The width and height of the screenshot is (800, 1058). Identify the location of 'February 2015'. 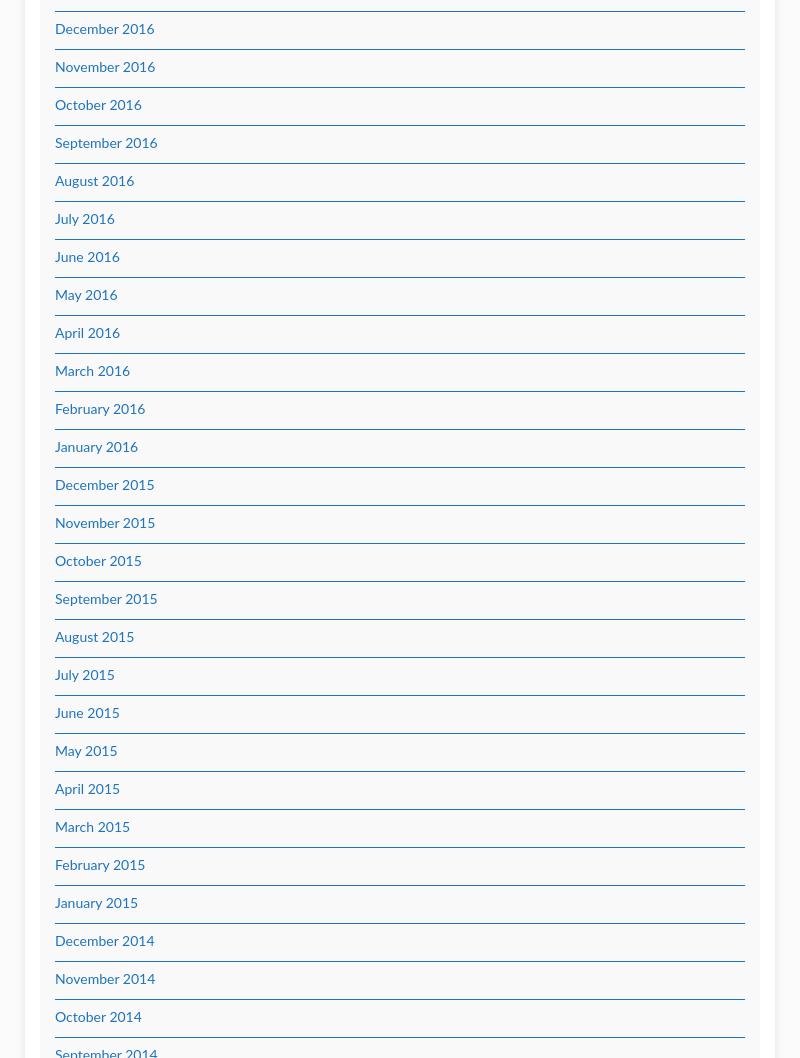
(100, 864).